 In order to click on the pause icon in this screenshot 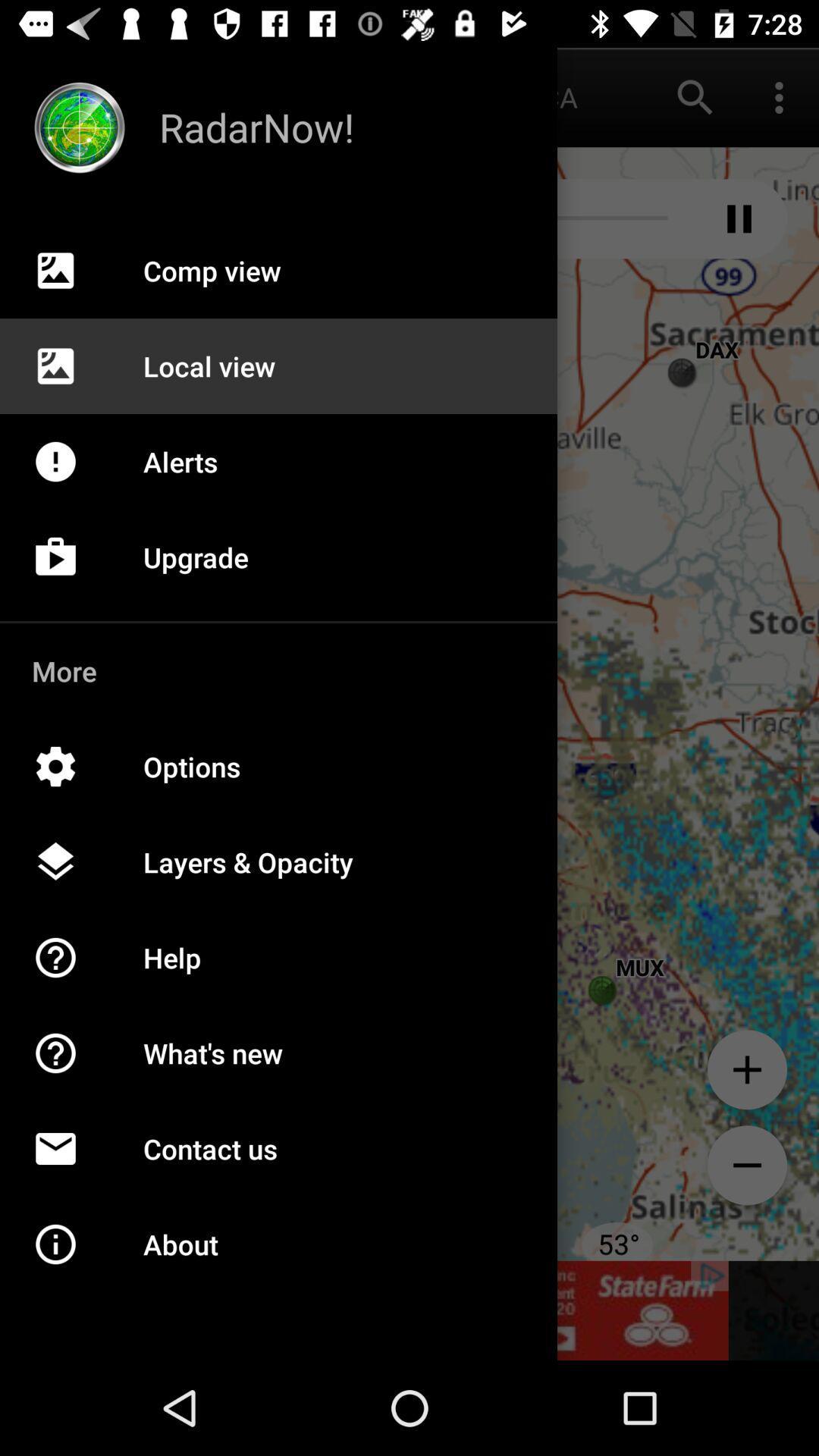, I will do `click(739, 218)`.